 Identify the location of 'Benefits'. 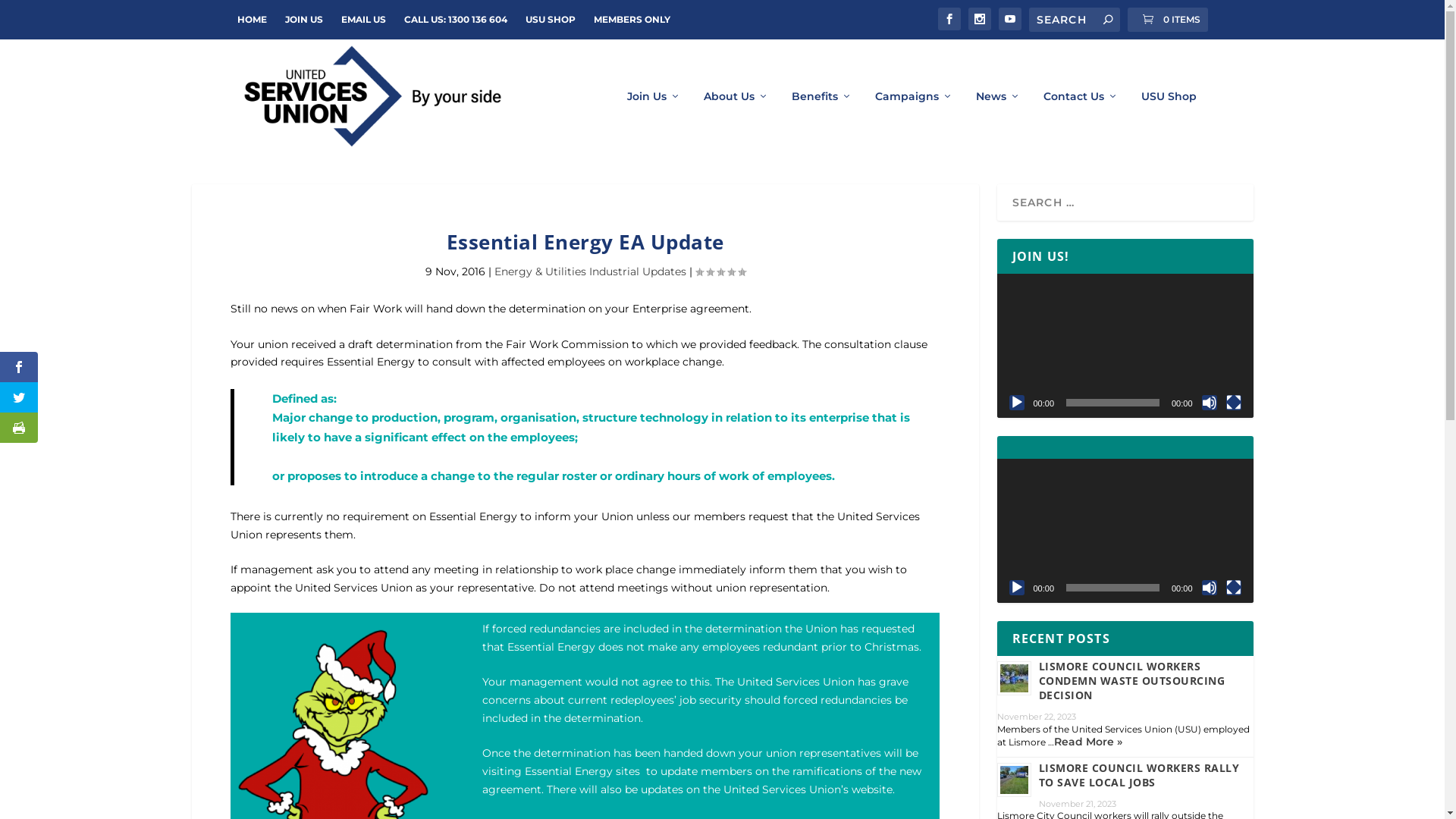
(821, 121).